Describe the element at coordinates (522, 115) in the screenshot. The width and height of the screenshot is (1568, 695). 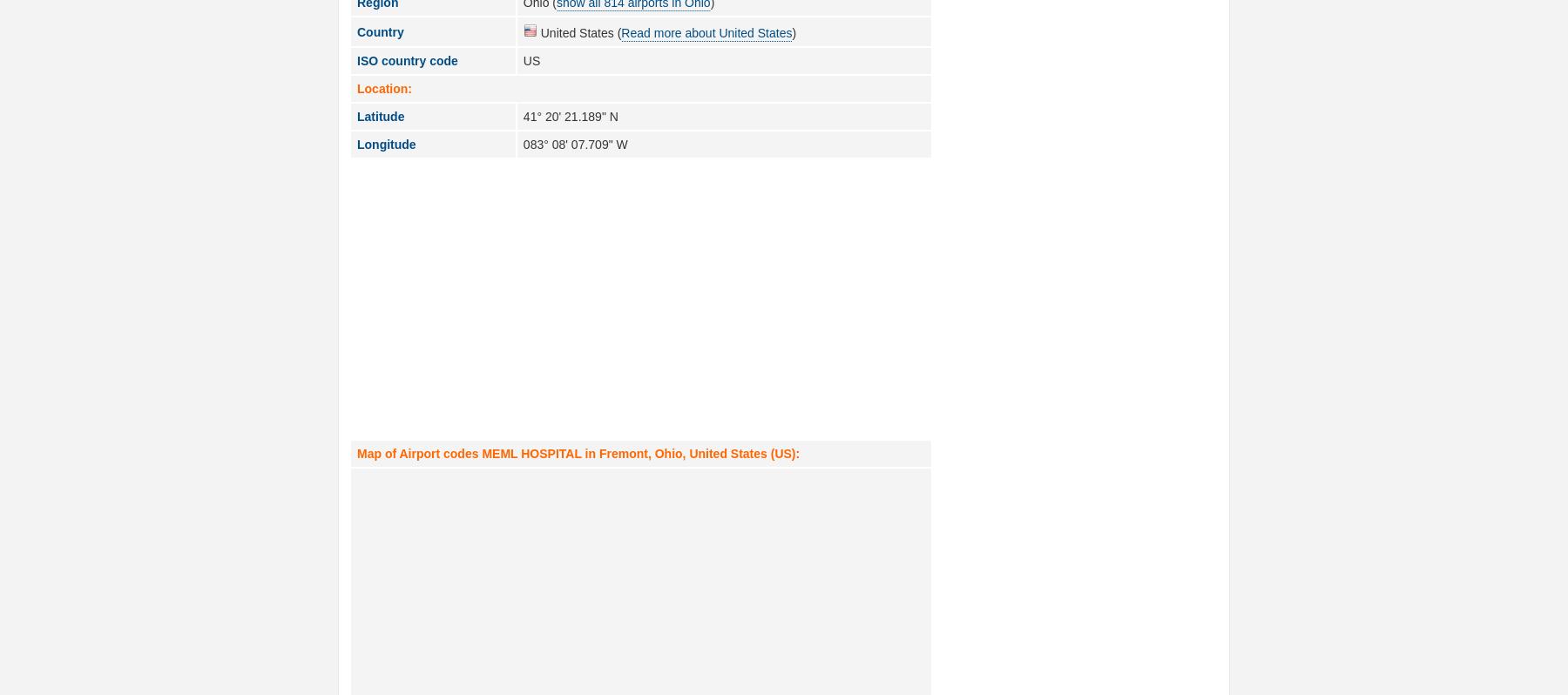
I see `'41° 20' 21.189" N'` at that location.